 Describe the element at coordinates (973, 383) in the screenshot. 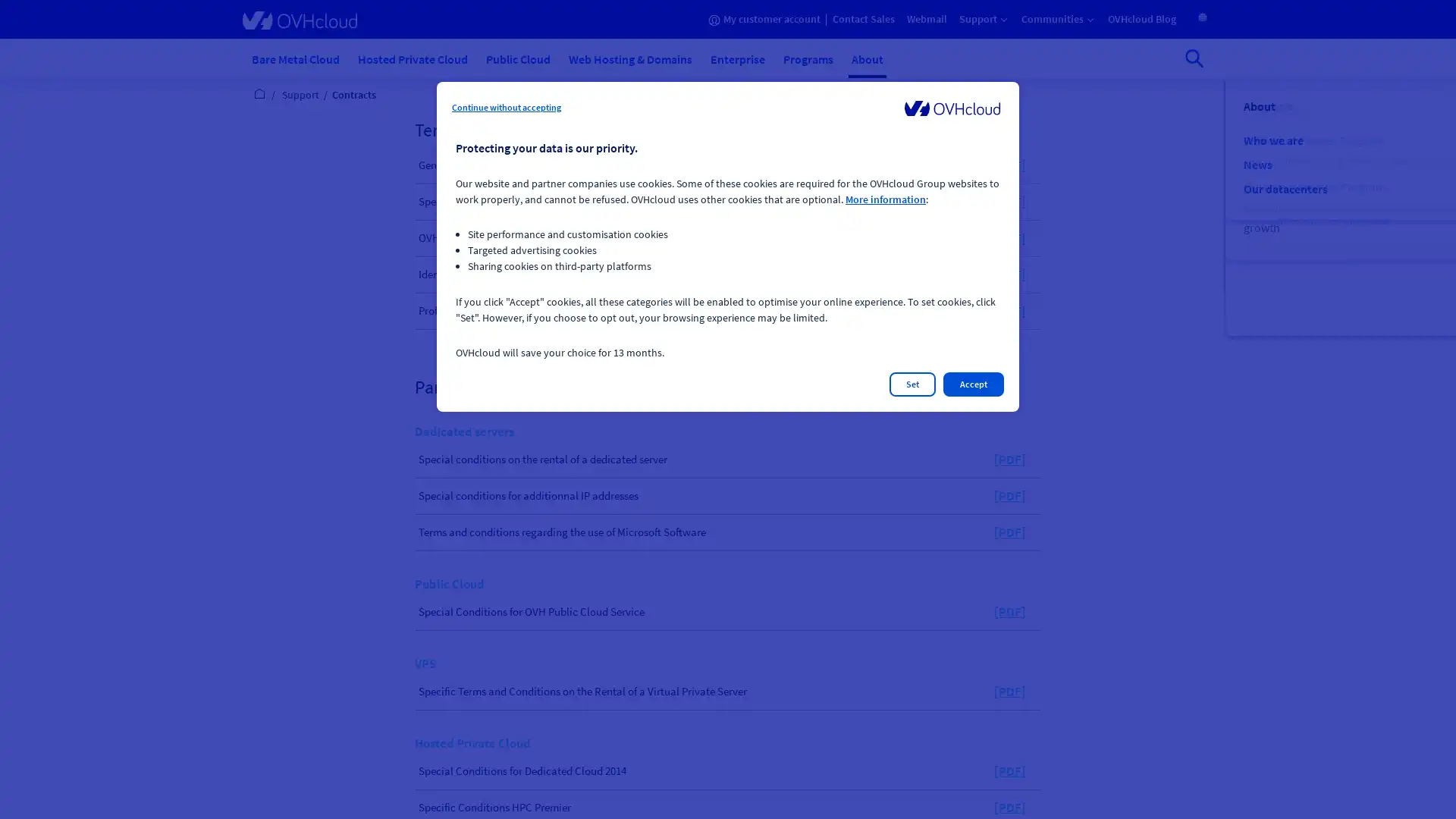

I see `Accept` at that location.